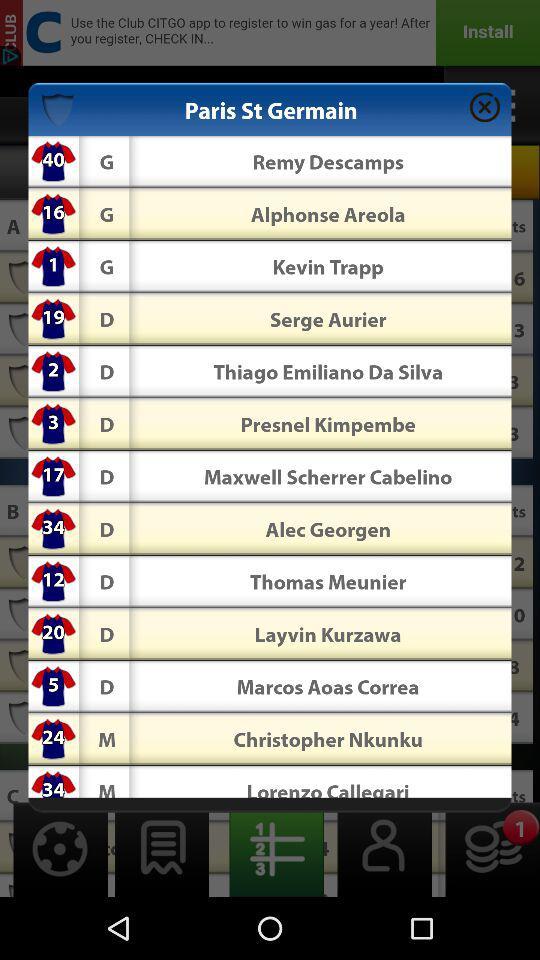 Image resolution: width=540 pixels, height=960 pixels. I want to click on the close icon, so click(484, 115).